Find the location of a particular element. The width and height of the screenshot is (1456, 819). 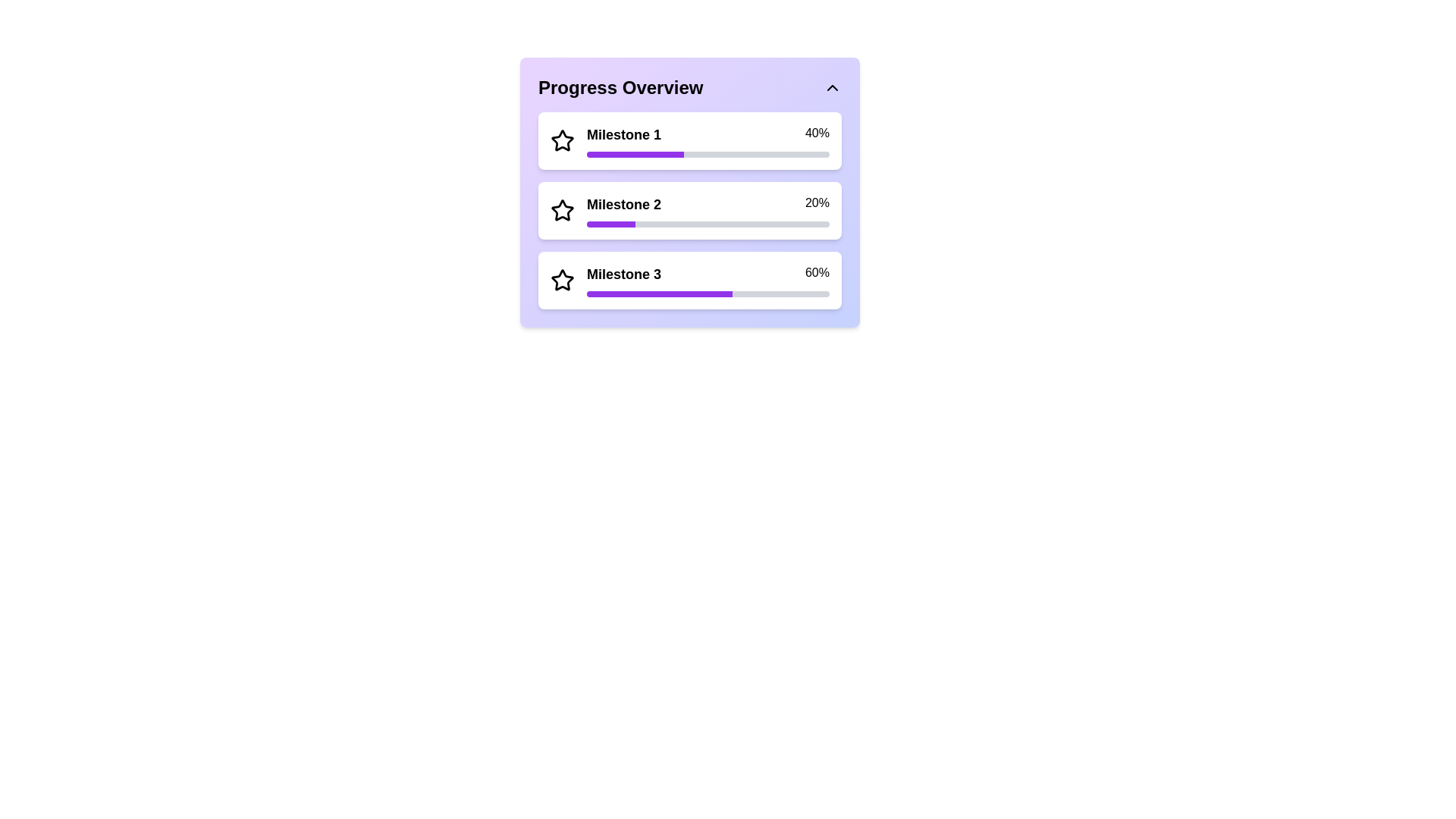

the static text label displaying '40%' which is styled in black sans-serif font and is positioned adjacent to the 'Milestone 1' label is located at coordinates (816, 133).